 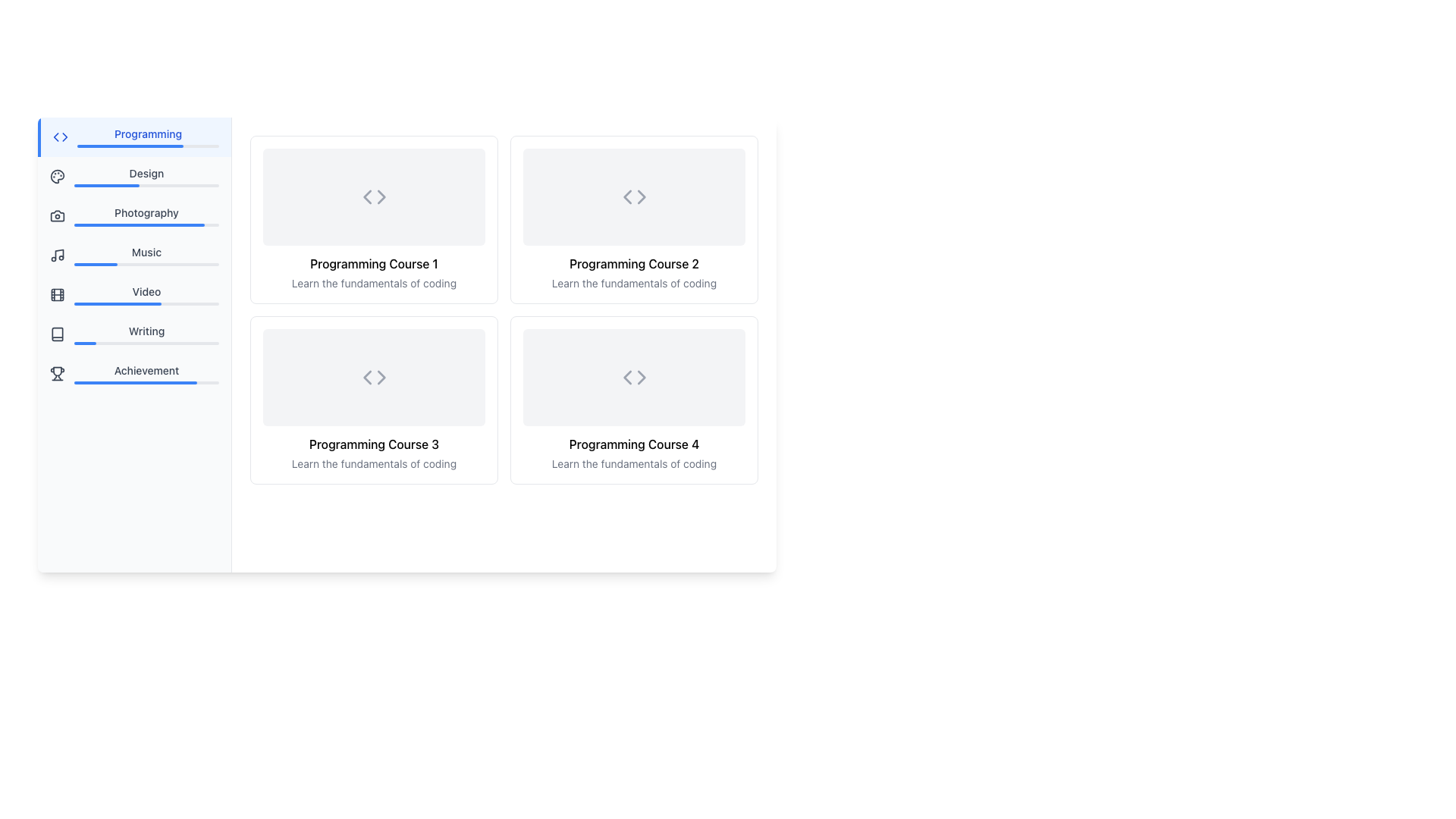 I want to click on the small rectangular icon resembling an open book located on the left side of the interface, so click(x=58, y=333).